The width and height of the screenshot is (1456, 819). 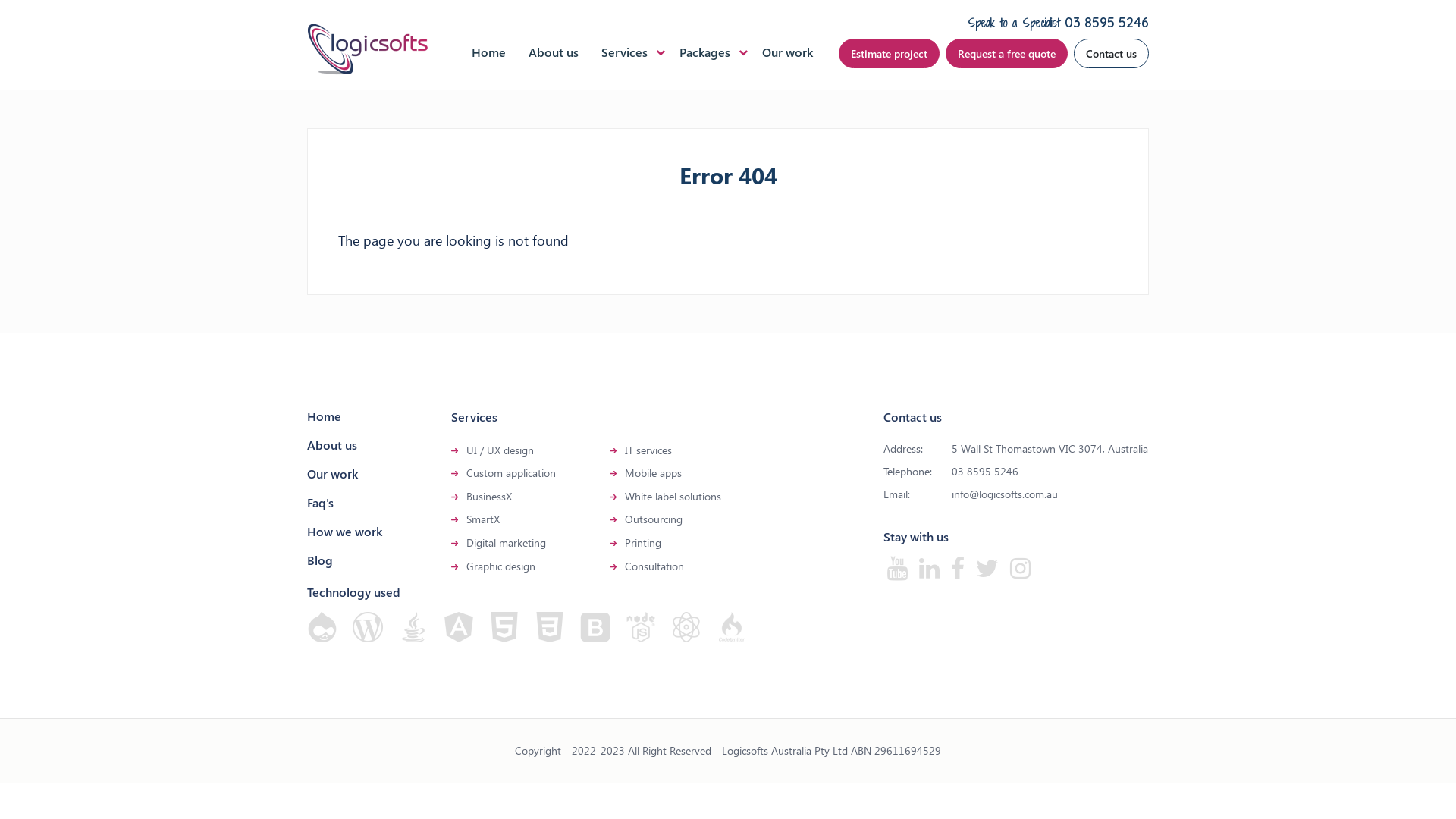 What do you see at coordinates (500, 449) in the screenshot?
I see `'UI / UX design'` at bounding box center [500, 449].